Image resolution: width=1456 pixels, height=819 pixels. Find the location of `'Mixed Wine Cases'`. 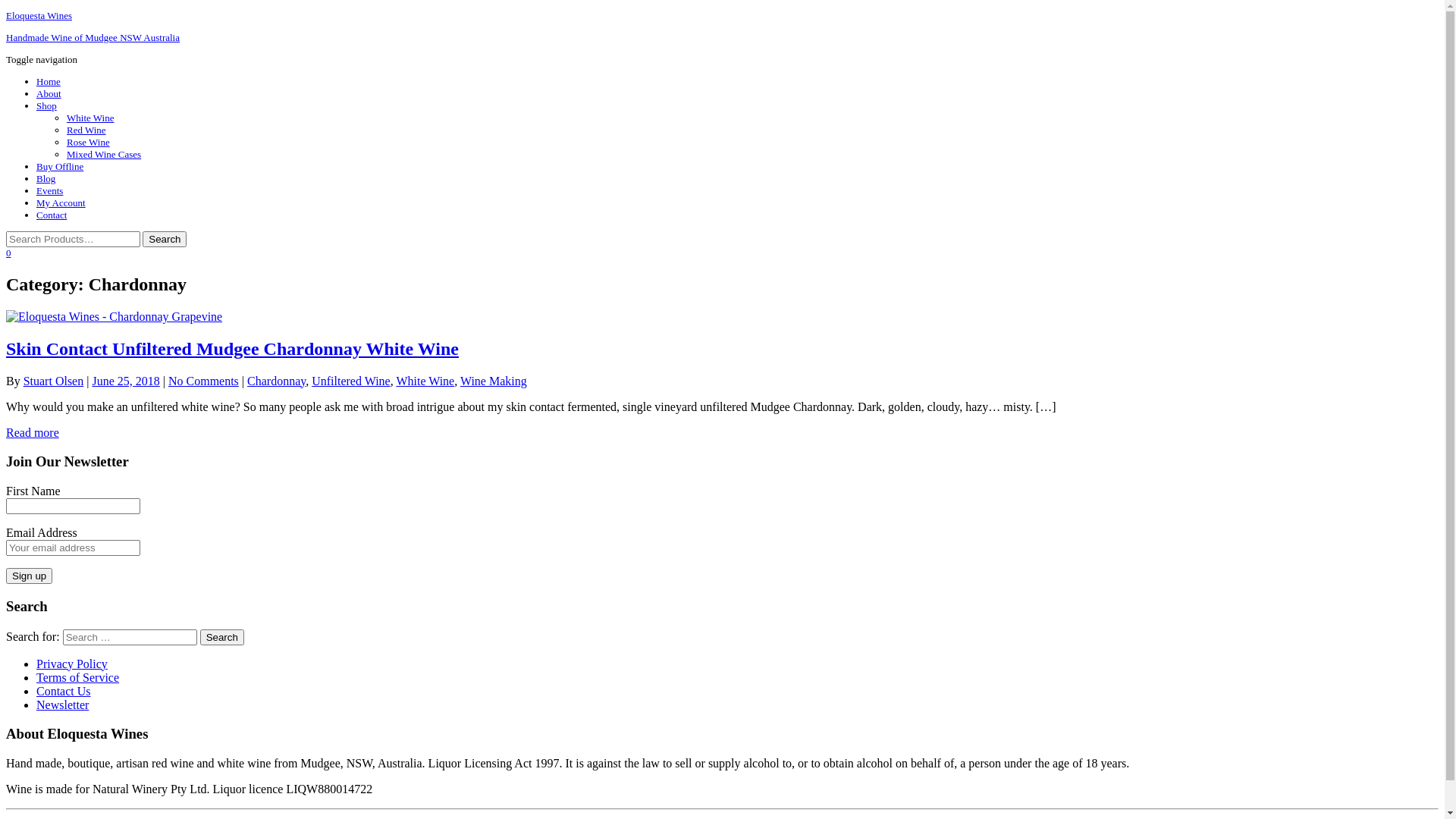

'Mixed Wine Cases' is located at coordinates (65, 154).